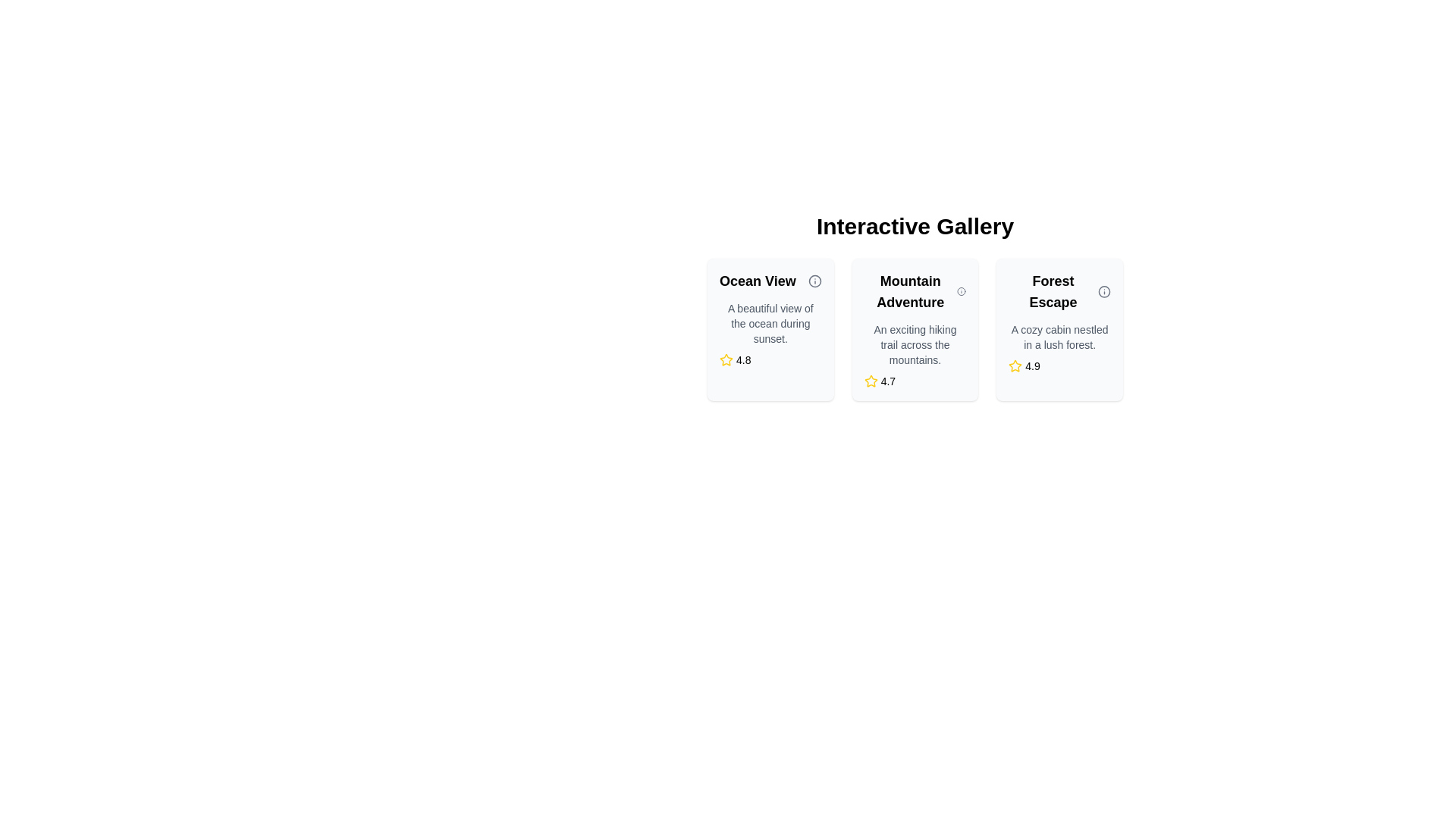 The height and width of the screenshot is (819, 1456). Describe the element at coordinates (758, 281) in the screenshot. I see `header text 'Ocean View' of the first card in the Interactive Gallery located at the top-left corner of the card structure` at that location.